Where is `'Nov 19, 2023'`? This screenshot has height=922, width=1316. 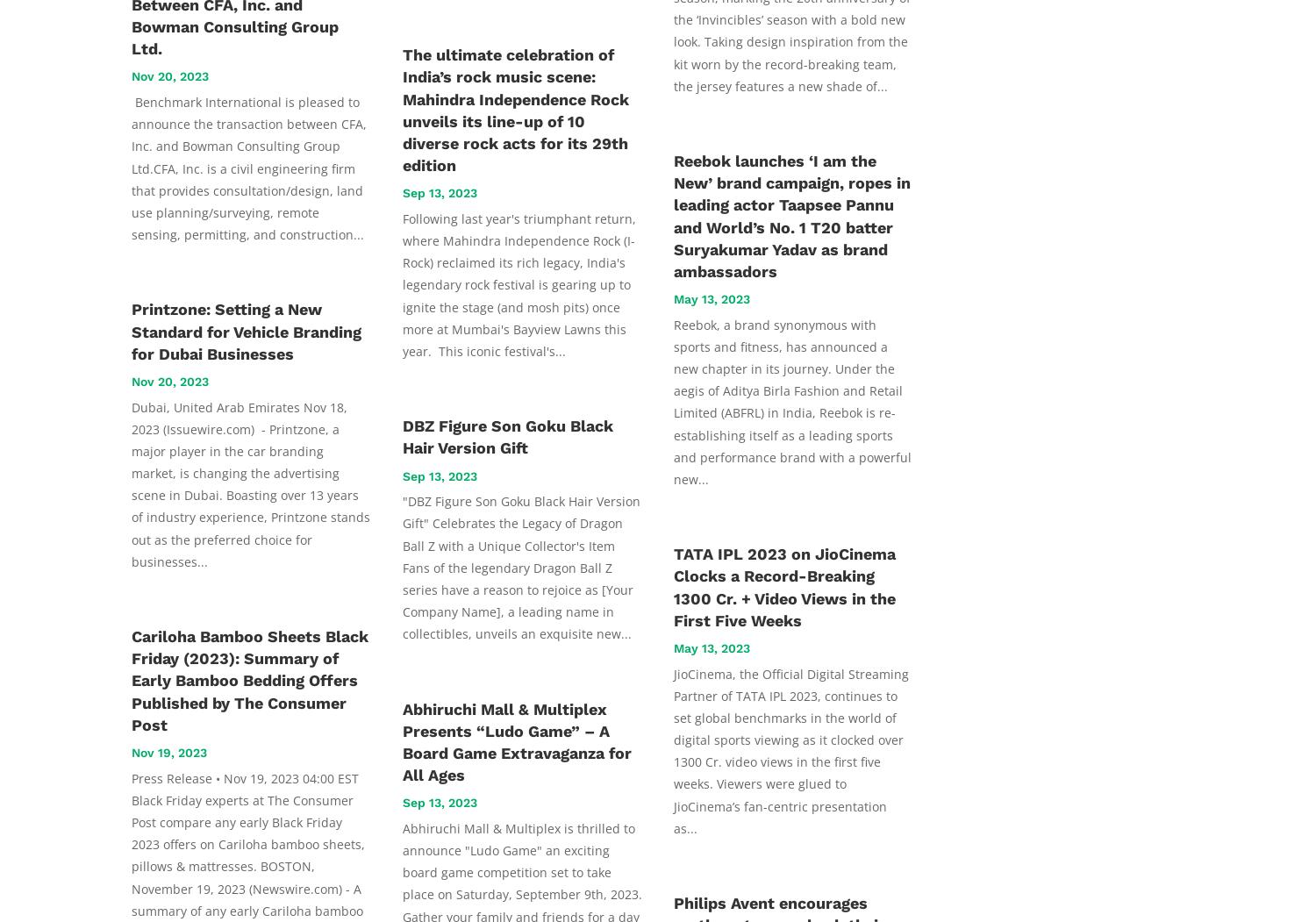 'Nov 19, 2023' is located at coordinates (168, 750).